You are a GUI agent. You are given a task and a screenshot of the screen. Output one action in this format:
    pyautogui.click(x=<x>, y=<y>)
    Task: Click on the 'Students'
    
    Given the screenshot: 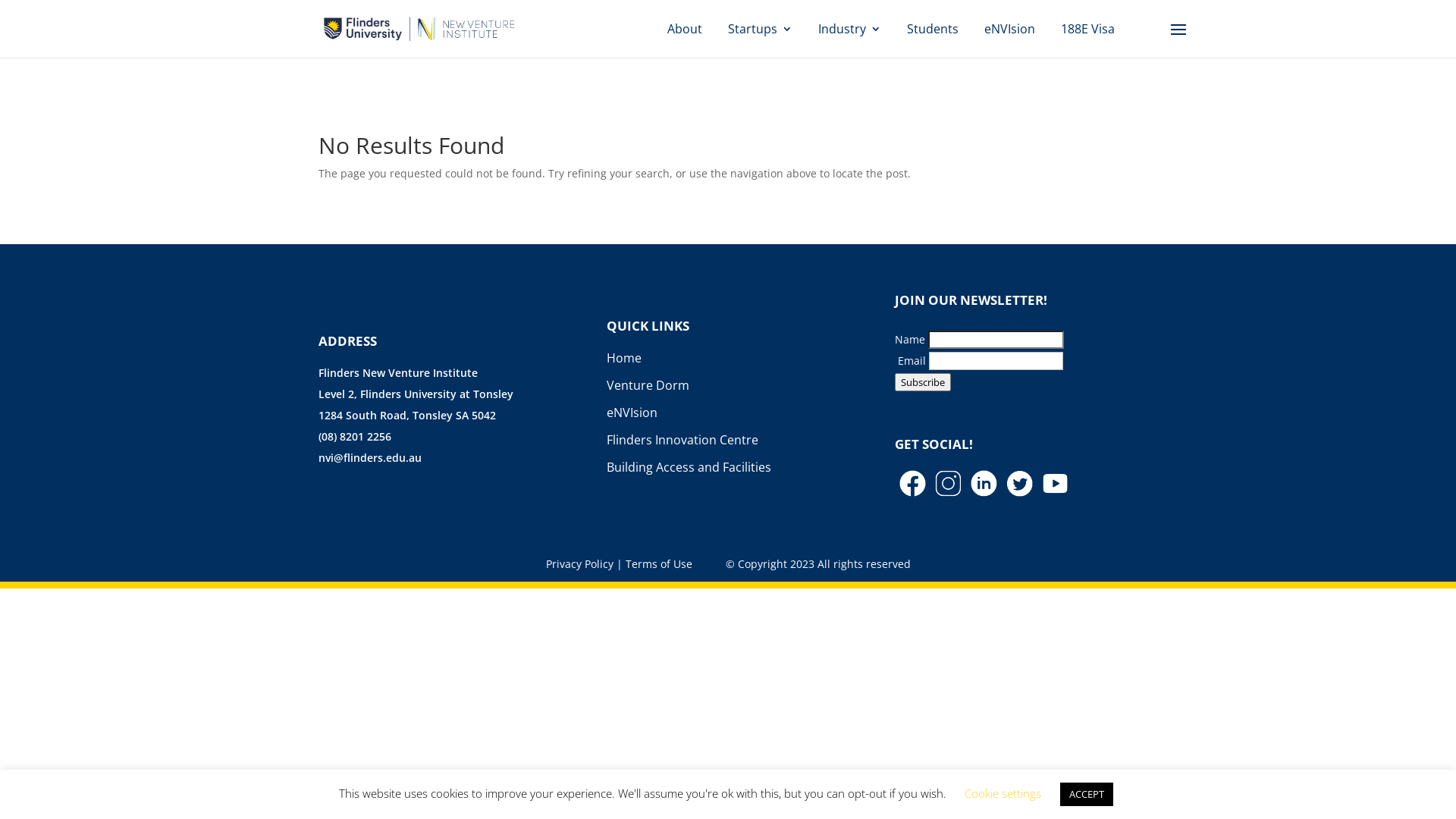 What is the action you would take?
    pyautogui.click(x=906, y=29)
    